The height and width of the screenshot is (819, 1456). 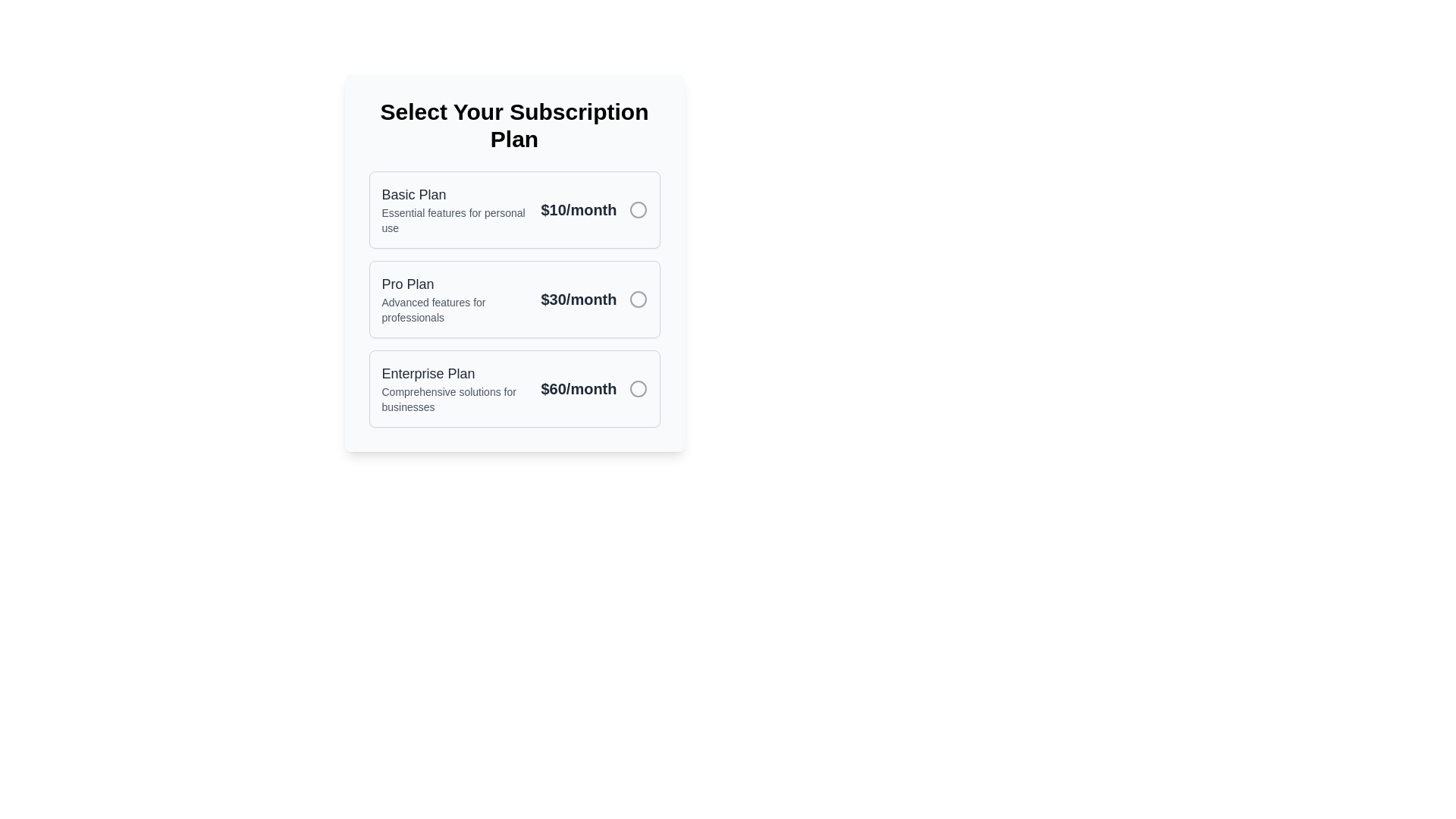 I want to click on the gray circular radio button located at the rightmost position of the 'Enterprise Plan' option, so click(x=638, y=388).